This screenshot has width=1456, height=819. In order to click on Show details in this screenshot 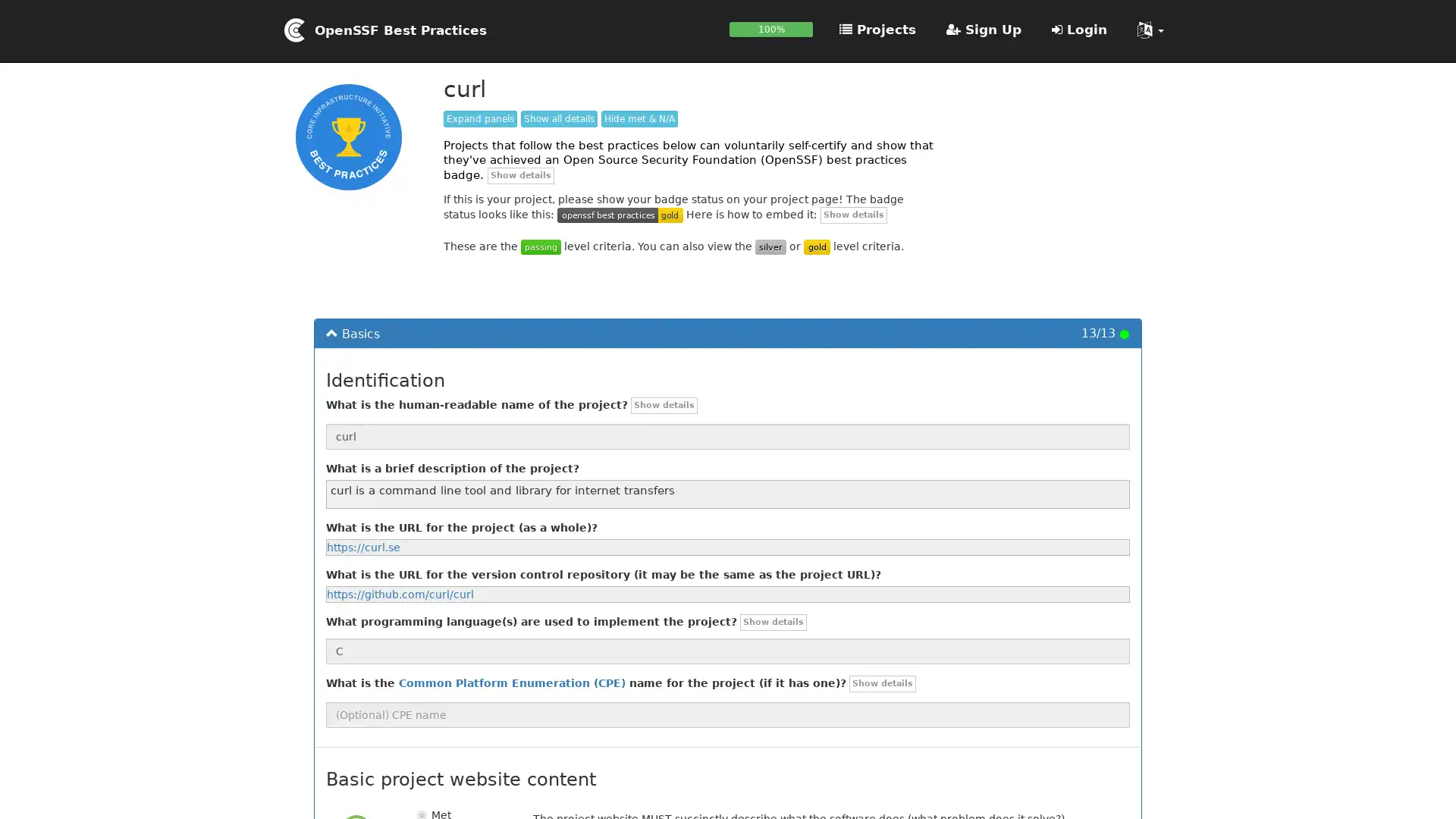, I will do `click(773, 623)`.